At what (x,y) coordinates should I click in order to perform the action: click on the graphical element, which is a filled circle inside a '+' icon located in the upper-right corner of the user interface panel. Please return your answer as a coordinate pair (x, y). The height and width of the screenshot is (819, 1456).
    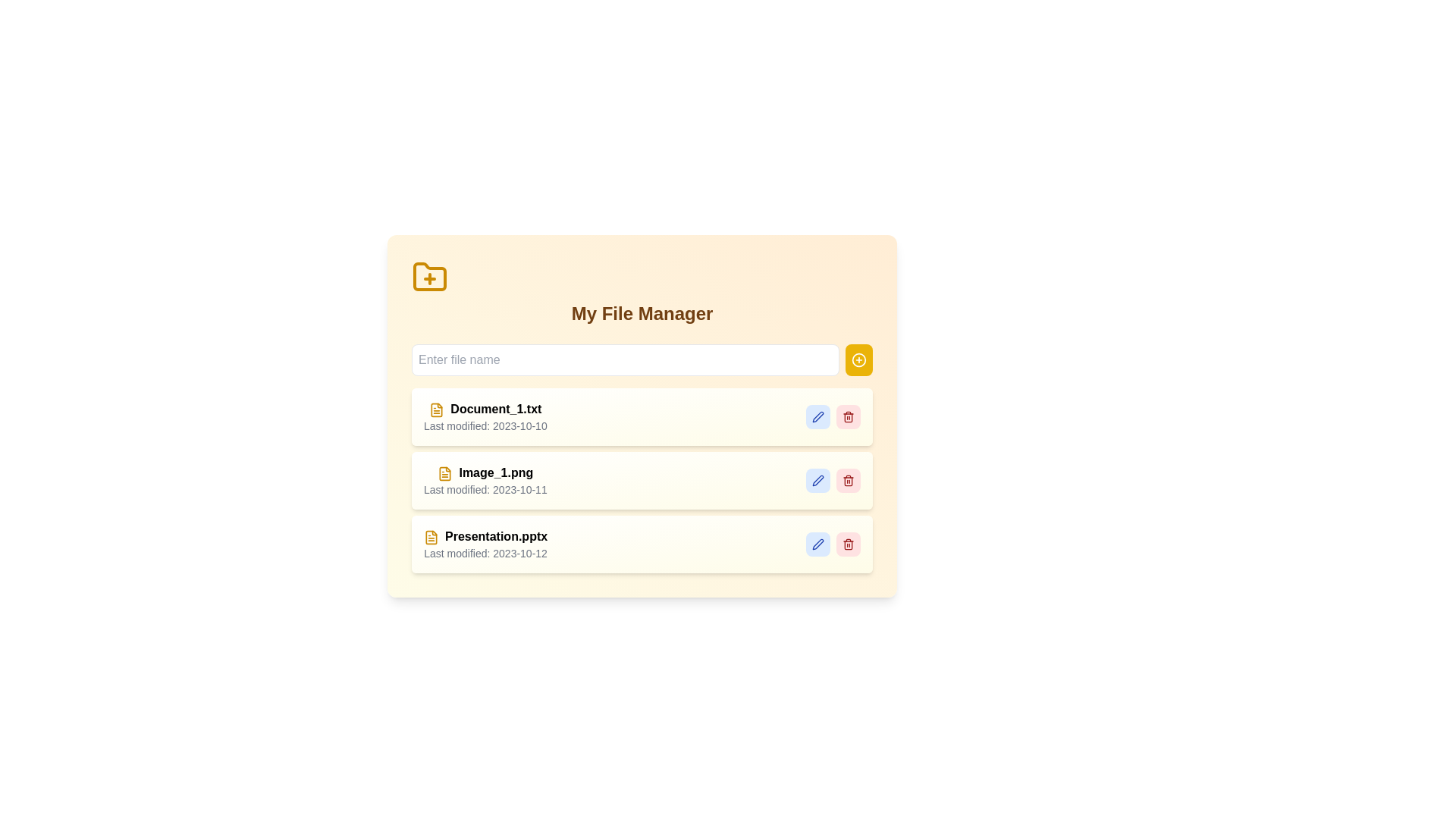
    Looking at the image, I should click on (858, 359).